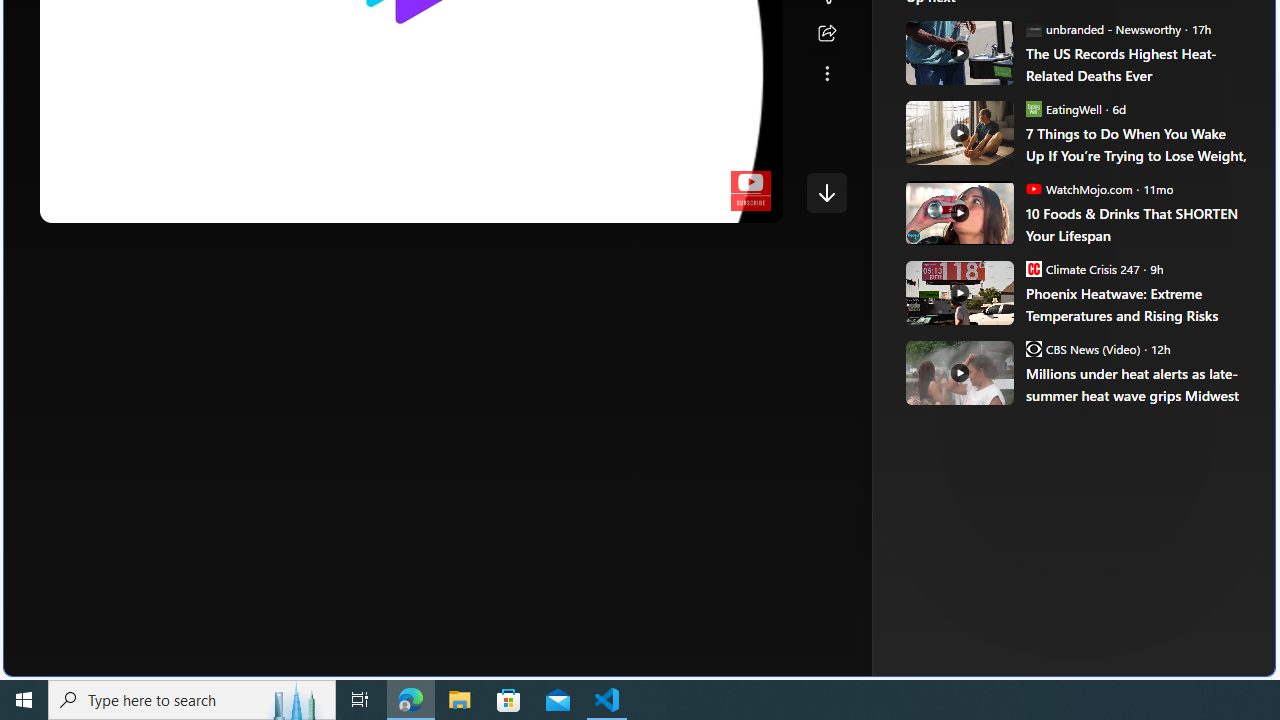  Describe the element at coordinates (1062, 108) in the screenshot. I see `'EatingWell EatingWell'` at that location.